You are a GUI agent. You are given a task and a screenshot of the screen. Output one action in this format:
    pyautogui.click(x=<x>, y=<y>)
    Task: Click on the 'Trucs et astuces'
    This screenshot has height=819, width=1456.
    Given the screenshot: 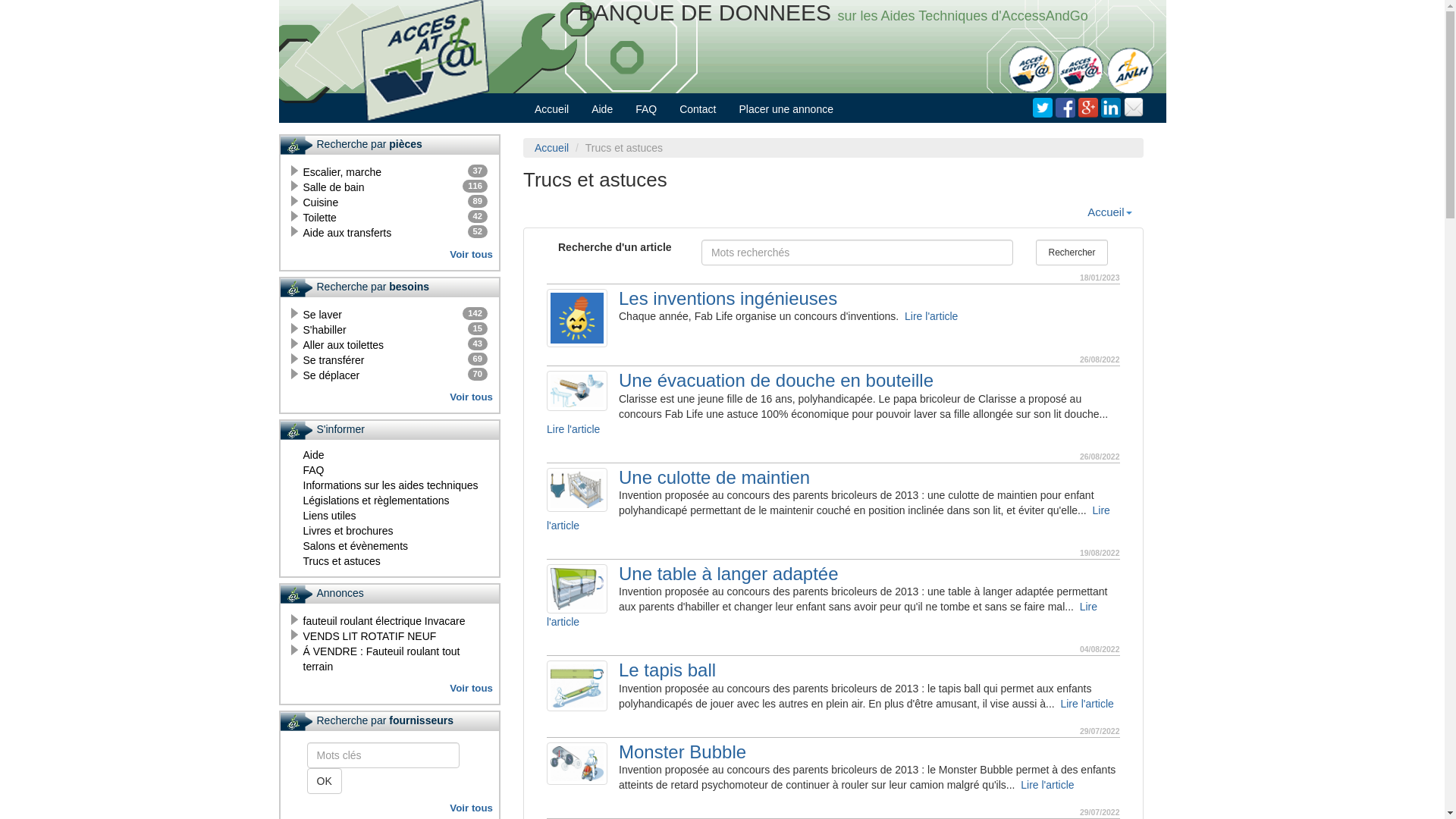 What is the action you would take?
    pyautogui.click(x=303, y=561)
    